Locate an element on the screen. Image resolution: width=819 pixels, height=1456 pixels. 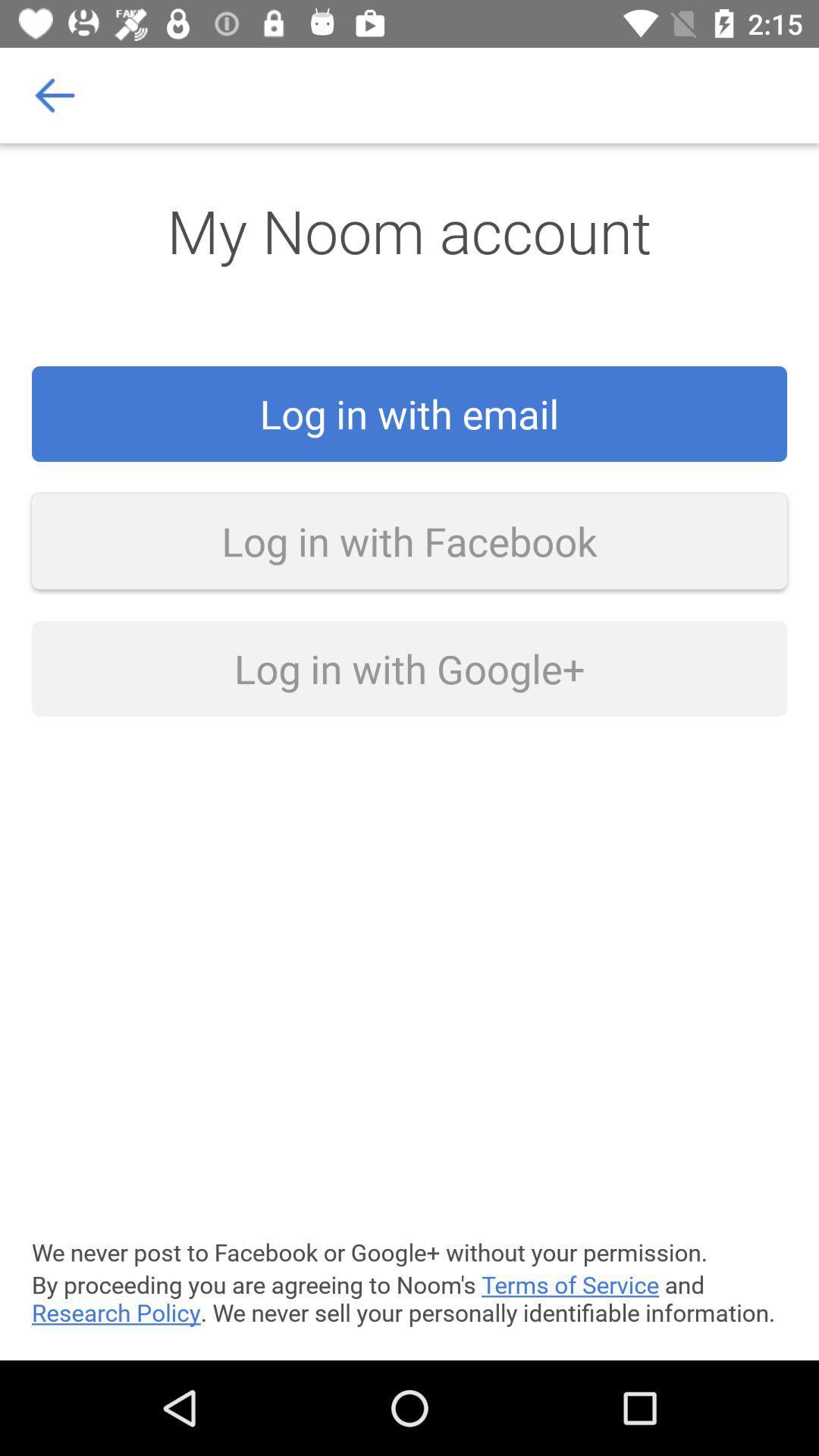
by proceeding you icon is located at coordinates (409, 1298).